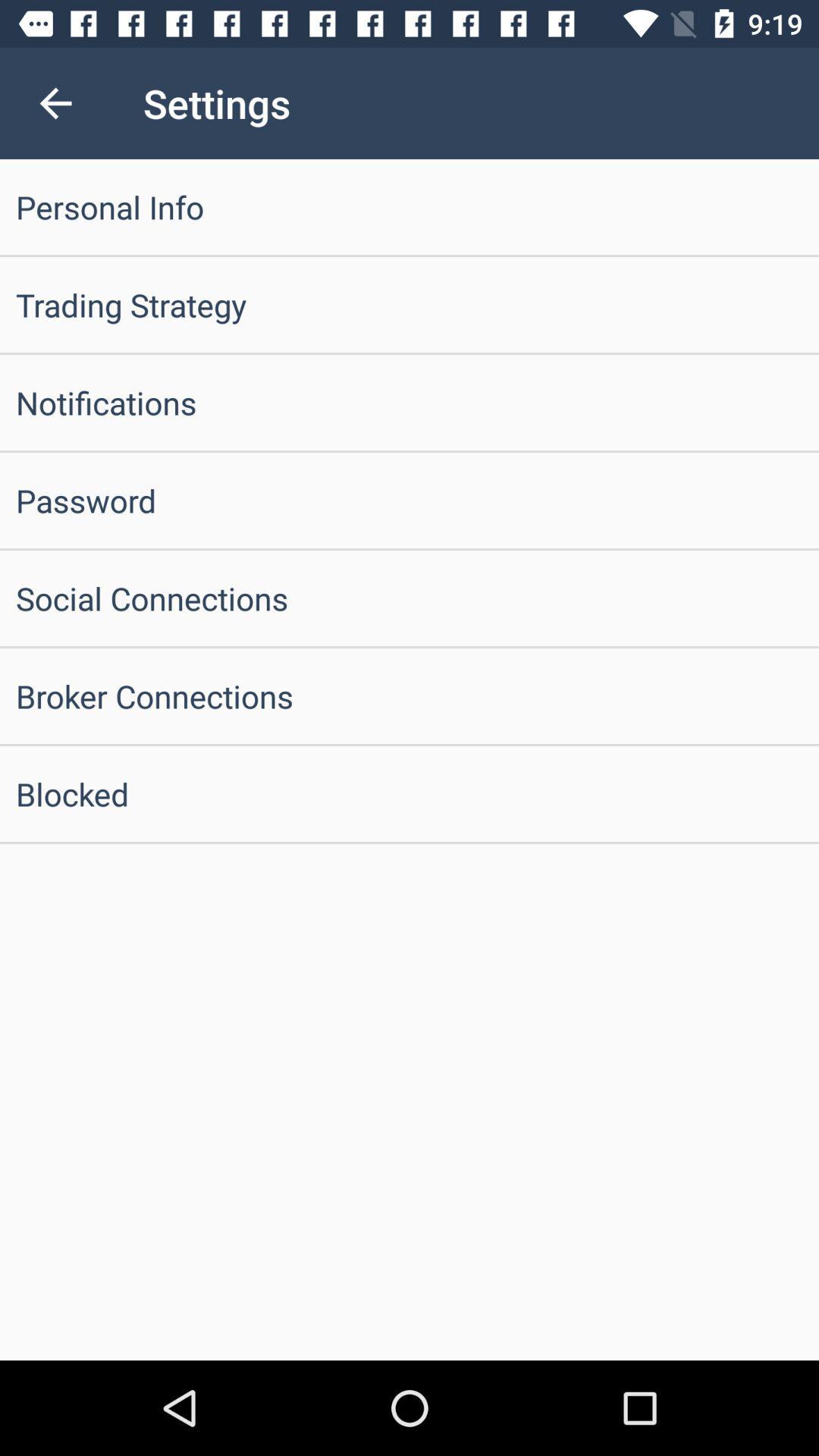  What do you see at coordinates (409, 403) in the screenshot?
I see `icon below the trading strategy` at bounding box center [409, 403].